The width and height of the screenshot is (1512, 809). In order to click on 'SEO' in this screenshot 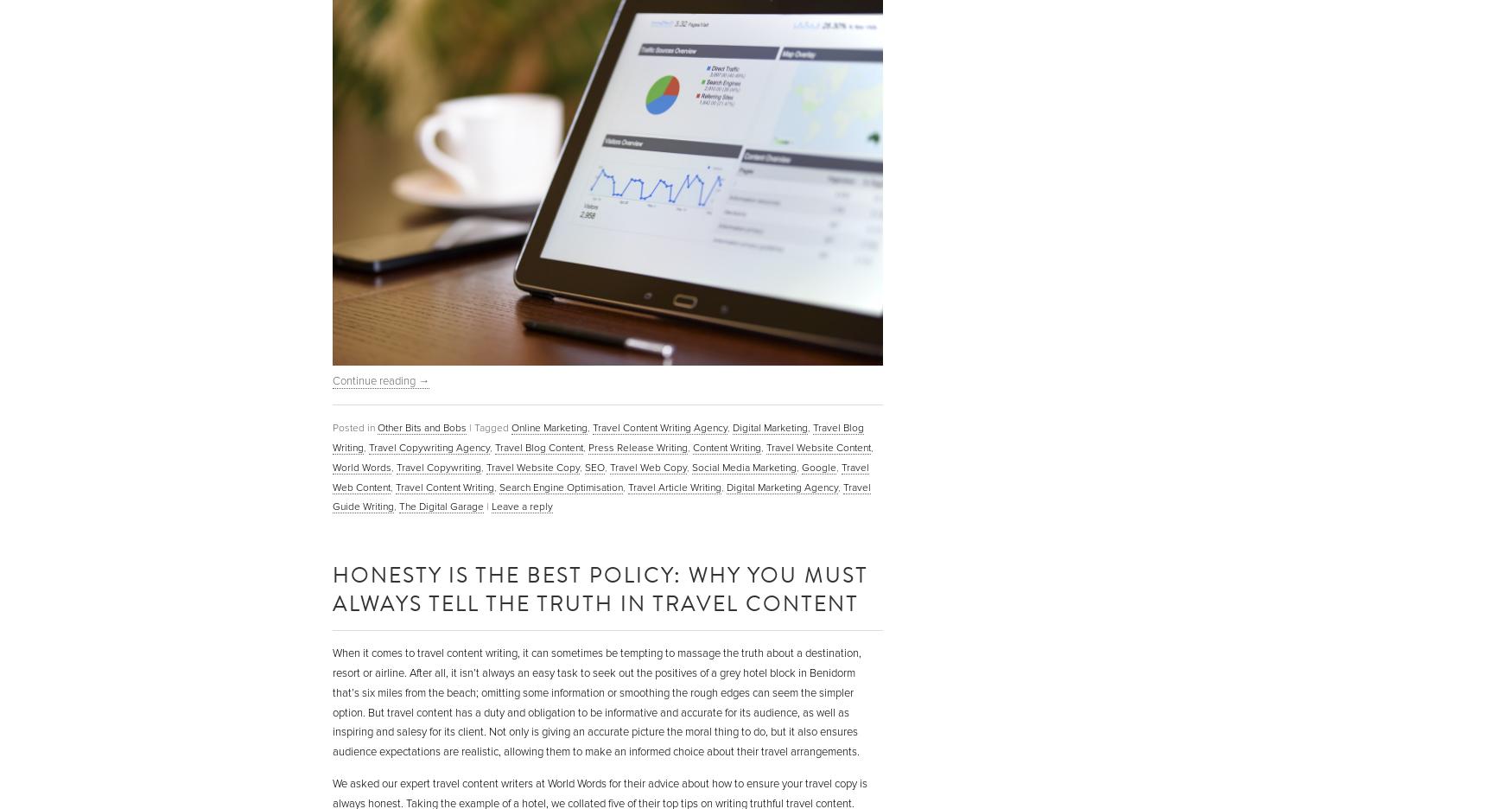, I will do `click(594, 466)`.